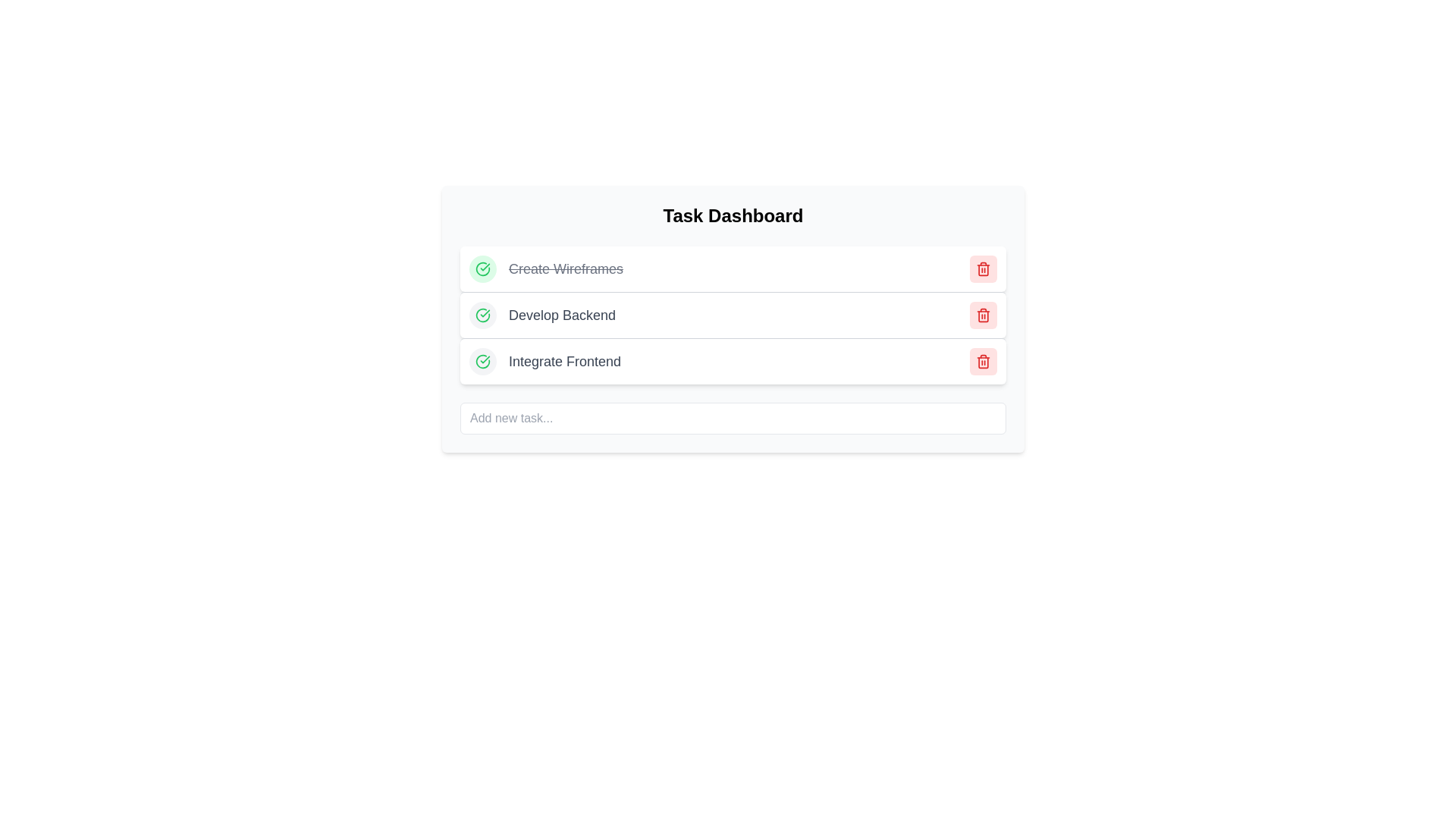  I want to click on the text label that reads 'Develop Backend', which is styled with a medium-sized font in gray and located in the middle task row of a task dashboard interface, so click(561, 315).